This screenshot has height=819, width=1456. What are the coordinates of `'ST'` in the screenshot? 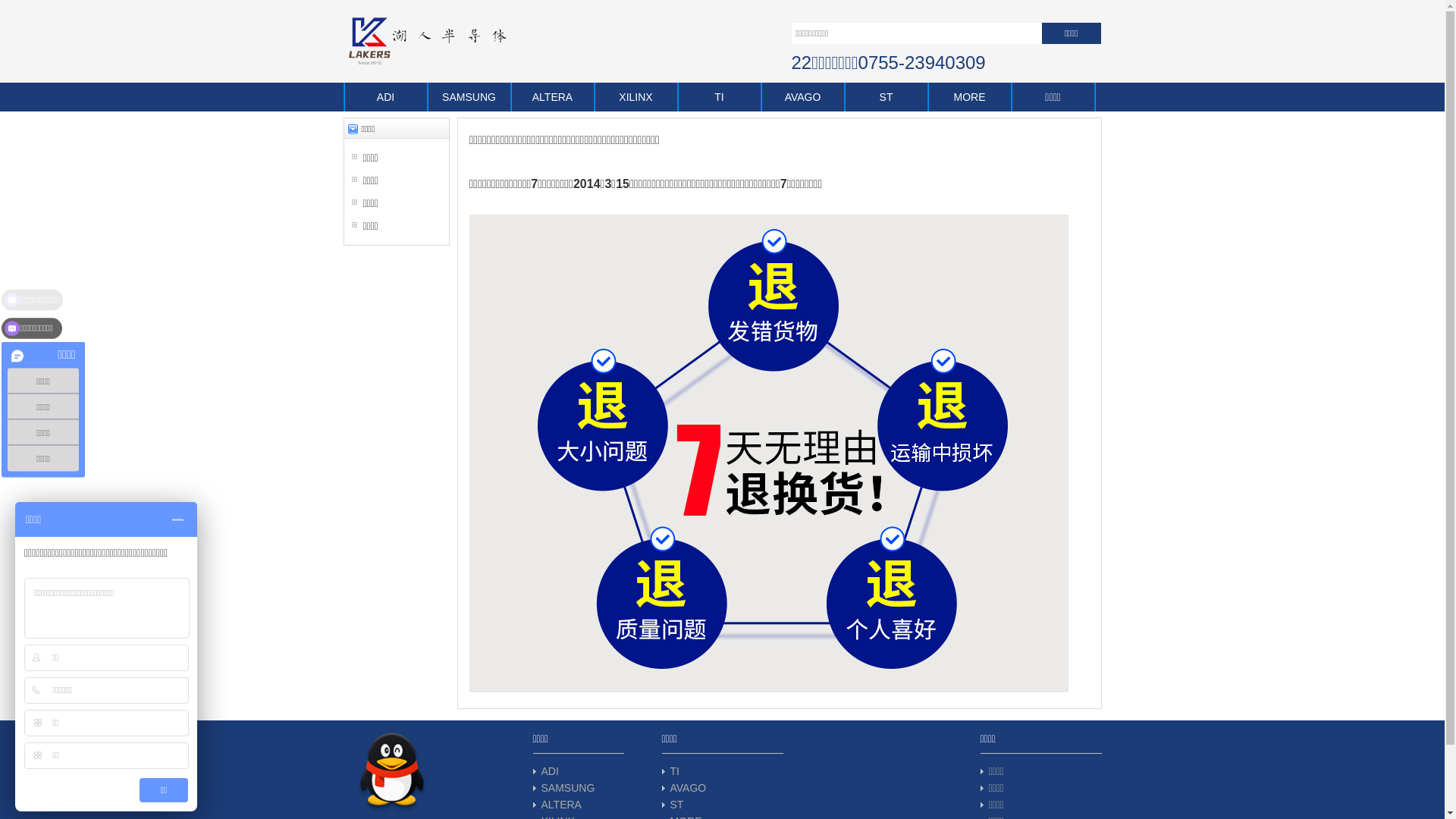 It's located at (886, 96).